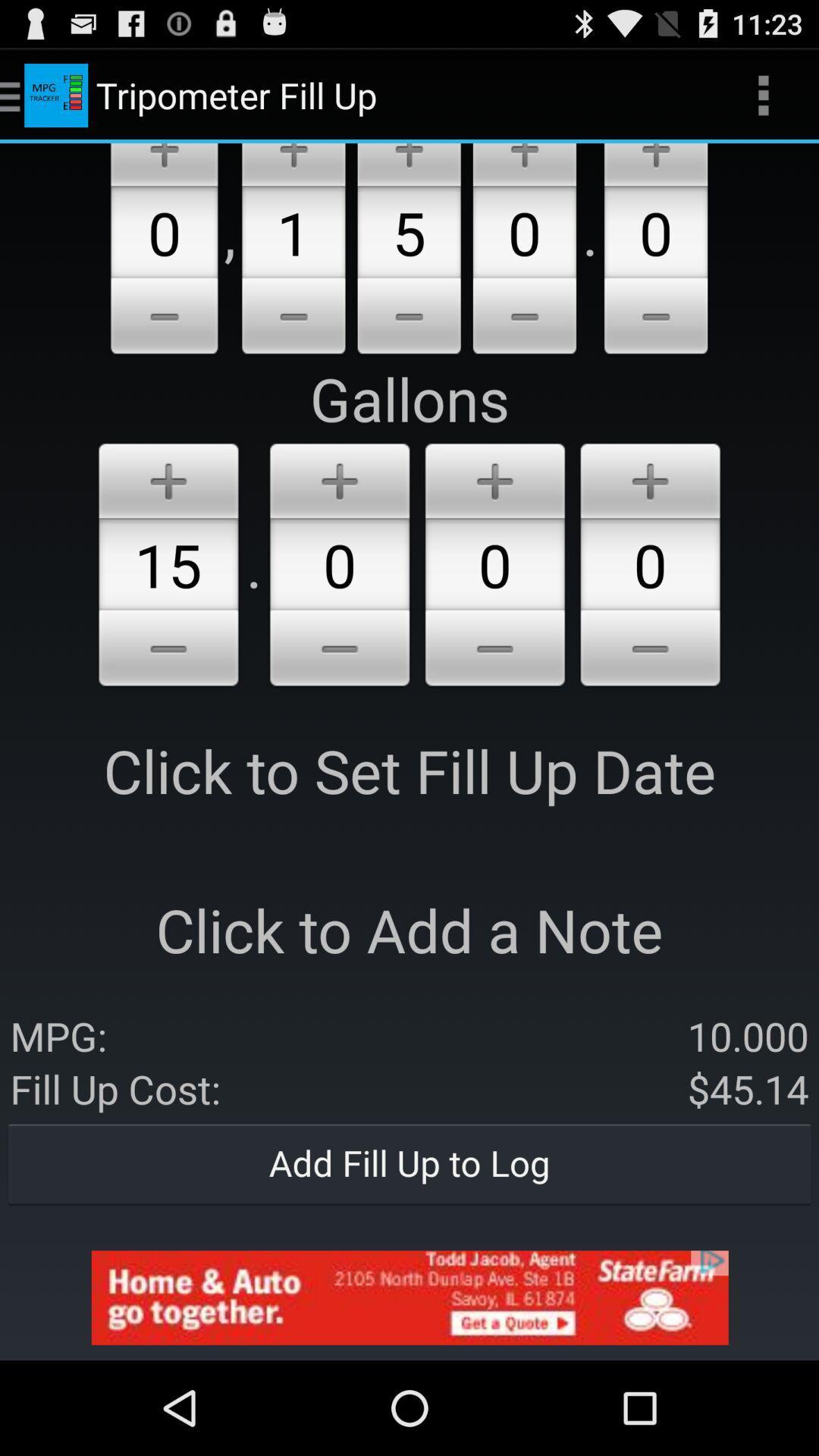 The width and height of the screenshot is (819, 1456). Describe the element at coordinates (168, 651) in the screenshot. I see `lower the number` at that location.